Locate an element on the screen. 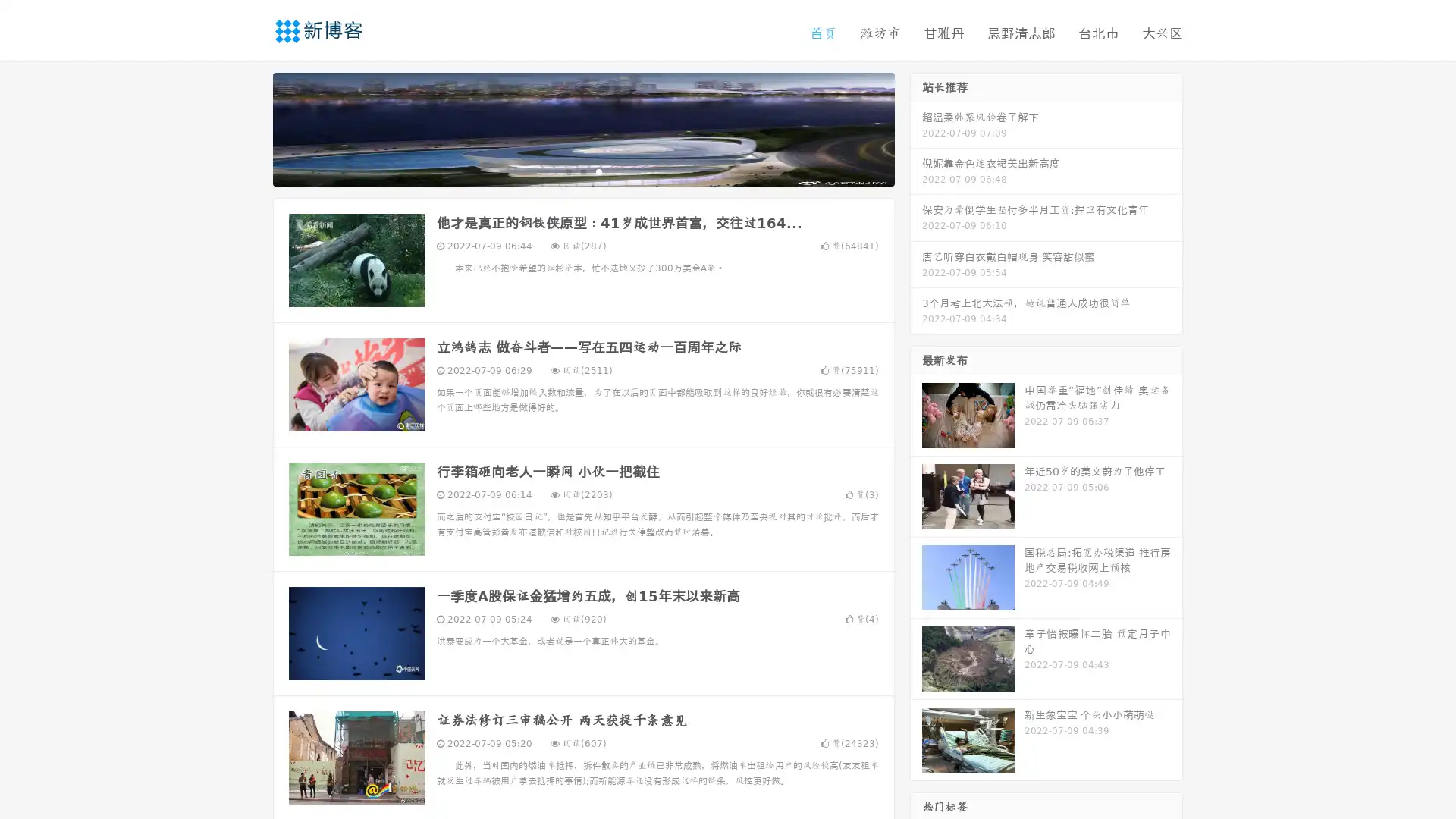 Image resolution: width=1456 pixels, height=819 pixels. Go to slide 2 is located at coordinates (582, 171).